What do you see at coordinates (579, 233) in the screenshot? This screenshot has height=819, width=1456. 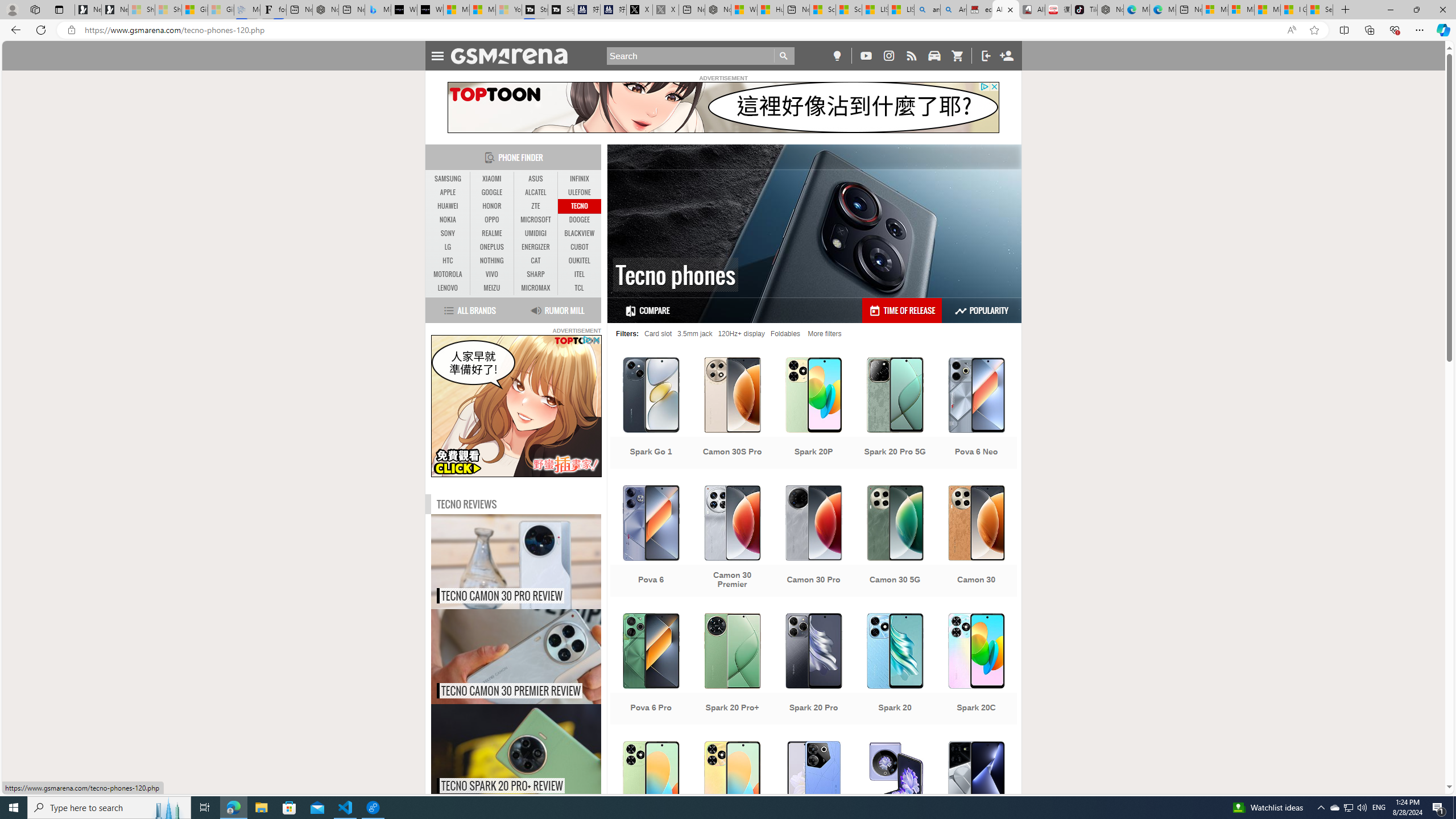 I see `'BLACKVIEW'` at bounding box center [579, 233].